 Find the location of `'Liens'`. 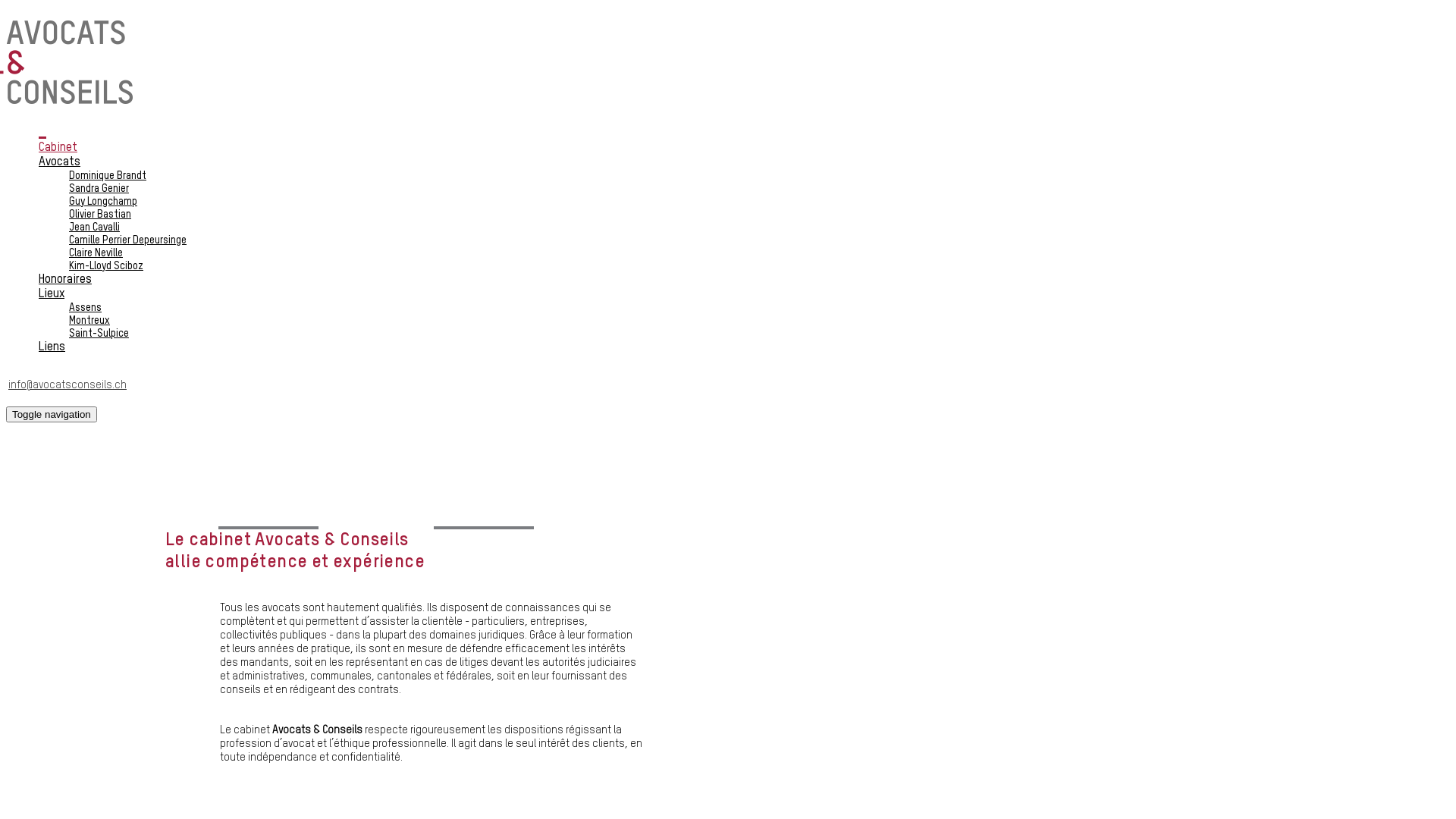

'Liens' is located at coordinates (52, 347).